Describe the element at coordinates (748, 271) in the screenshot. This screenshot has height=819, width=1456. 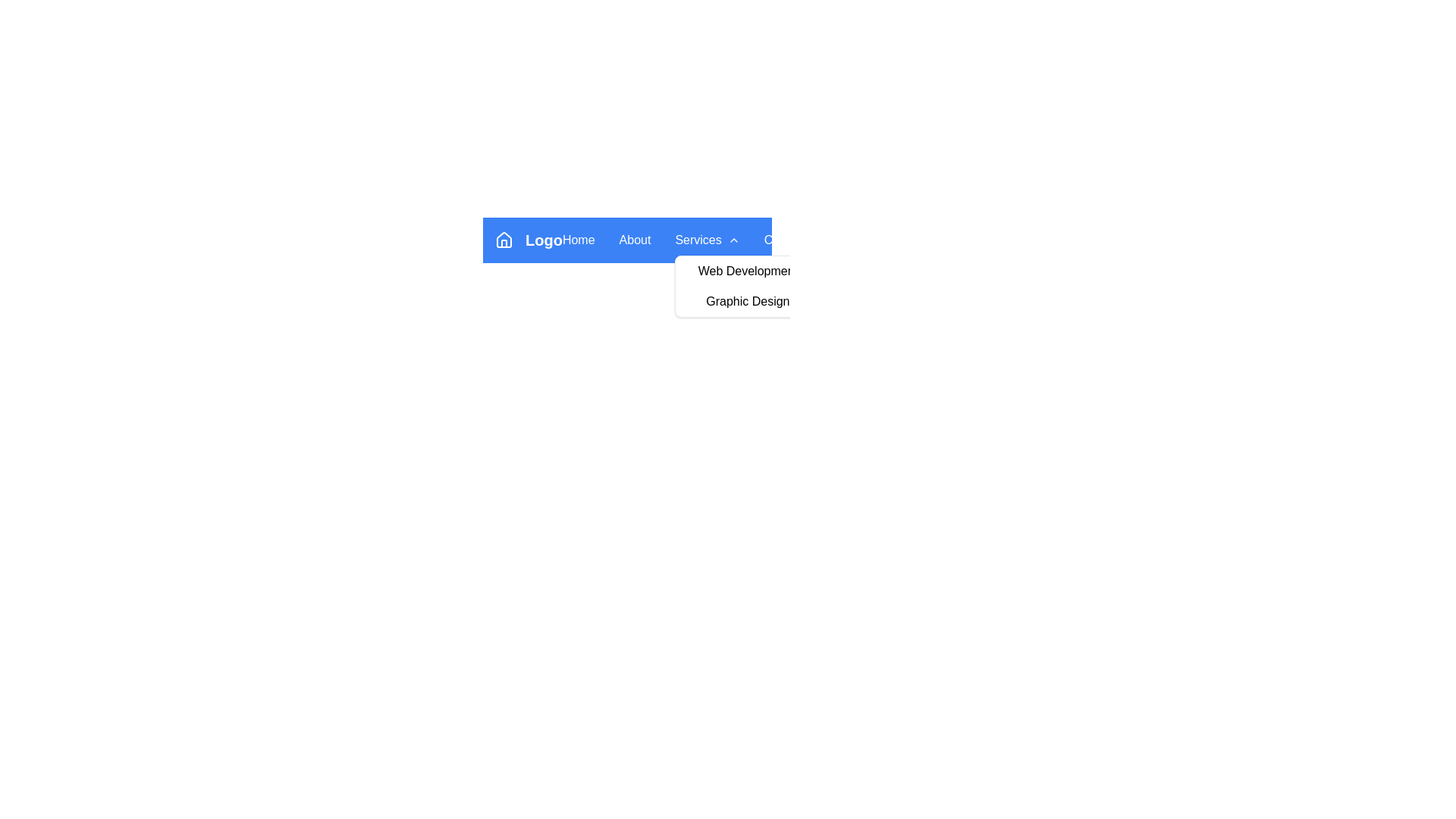
I see `the first selectable menu option in the dropdown menu under the 'Services' navigation tab` at that location.